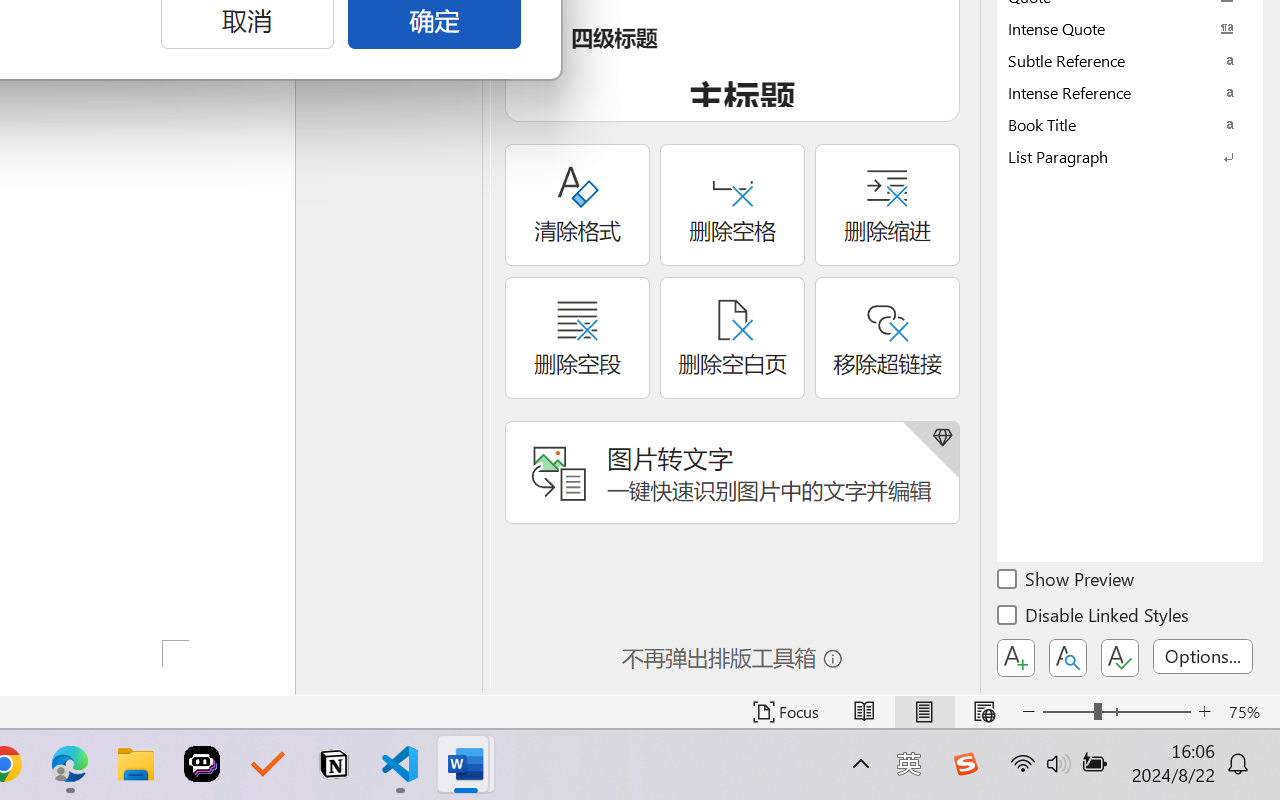 The image size is (1280, 800). What do you see at coordinates (1130, 92) in the screenshot?
I see `'Intense Reference'` at bounding box center [1130, 92].